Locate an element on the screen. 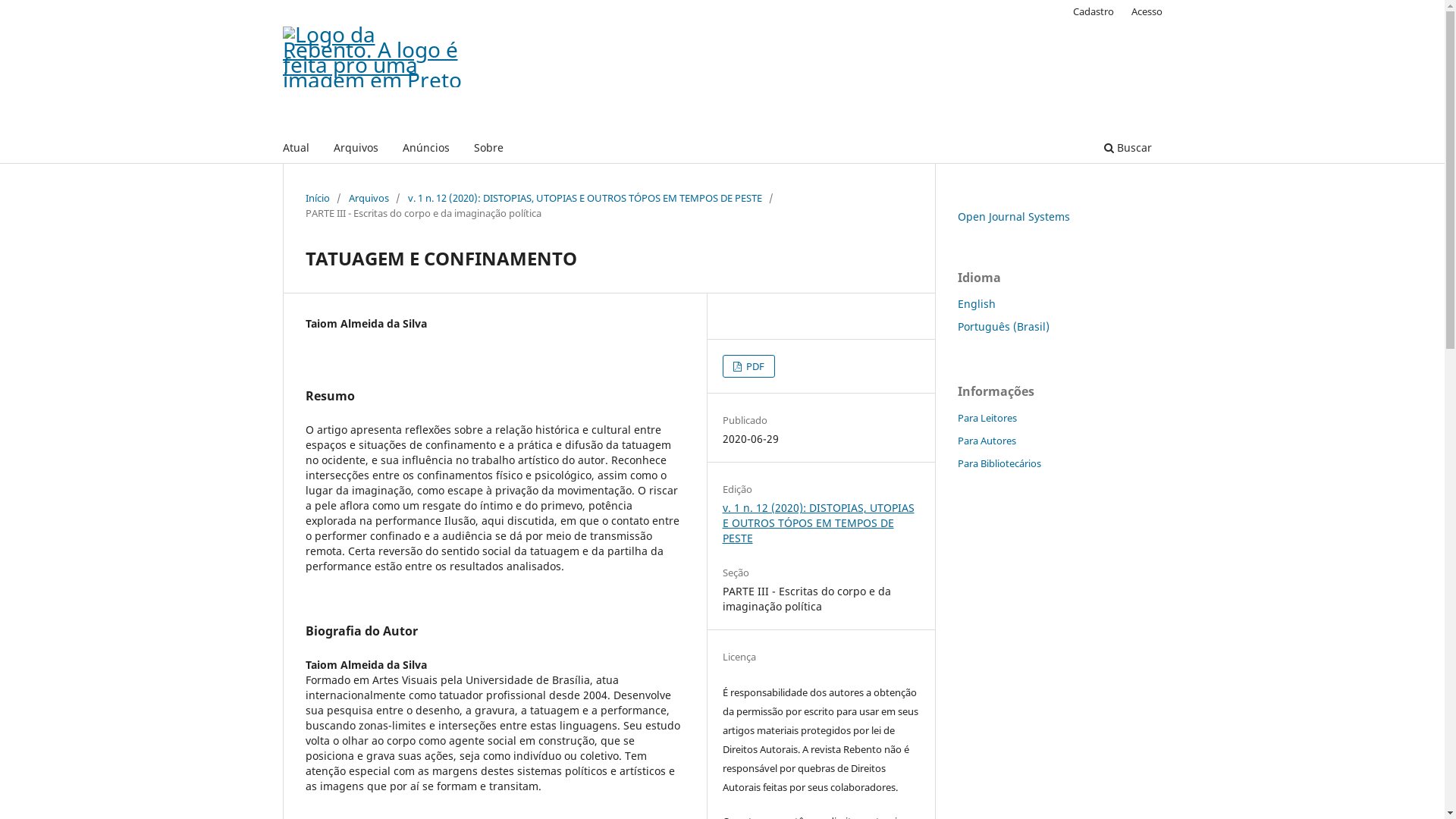  'Para Autores' is located at coordinates (986, 441).